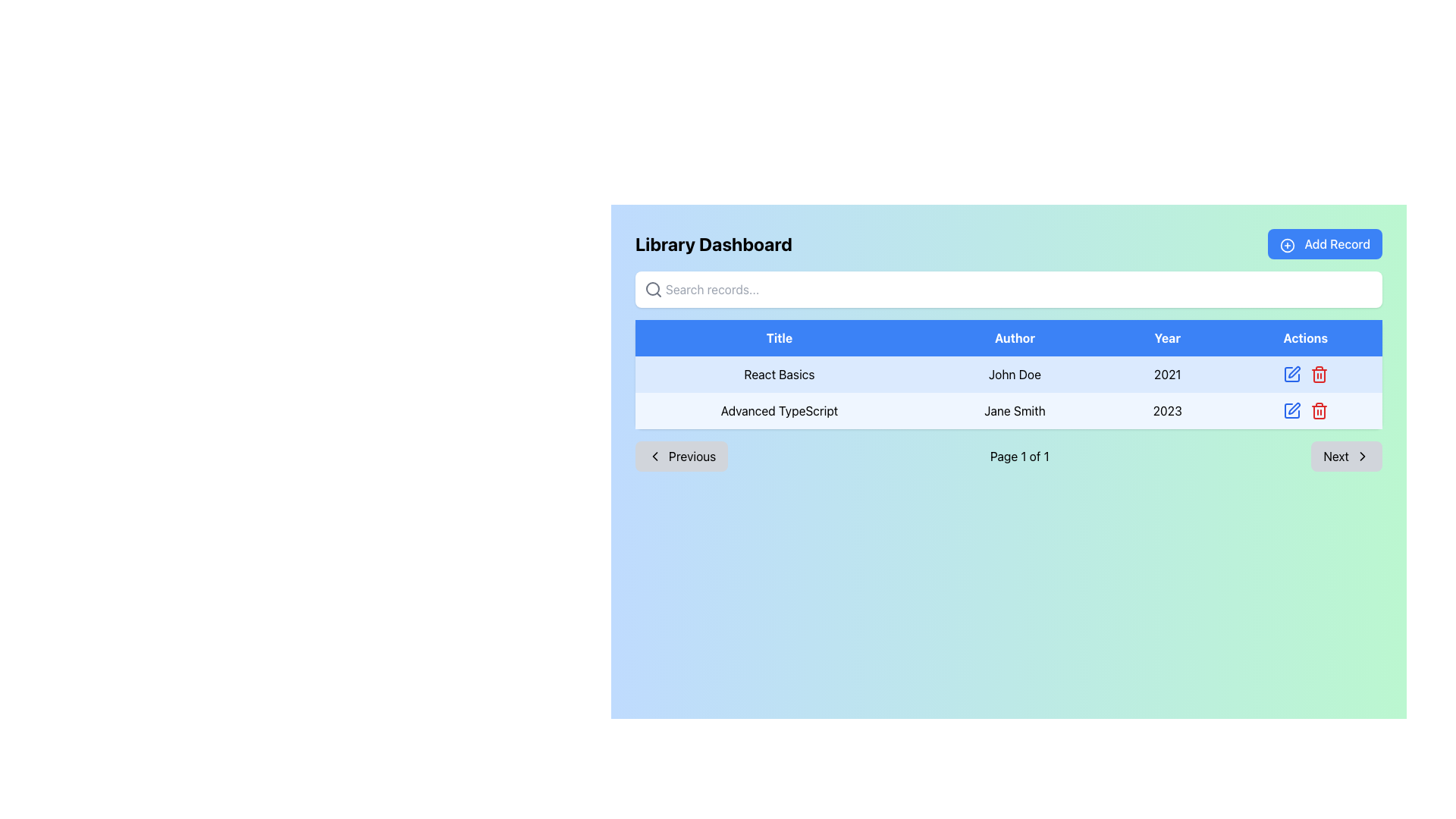 The height and width of the screenshot is (819, 1456). I want to click on the text label displaying 'Page 1 of 1', which is centrally located below a data table and between the 'Previous' and 'Next' buttons, so click(1019, 455).